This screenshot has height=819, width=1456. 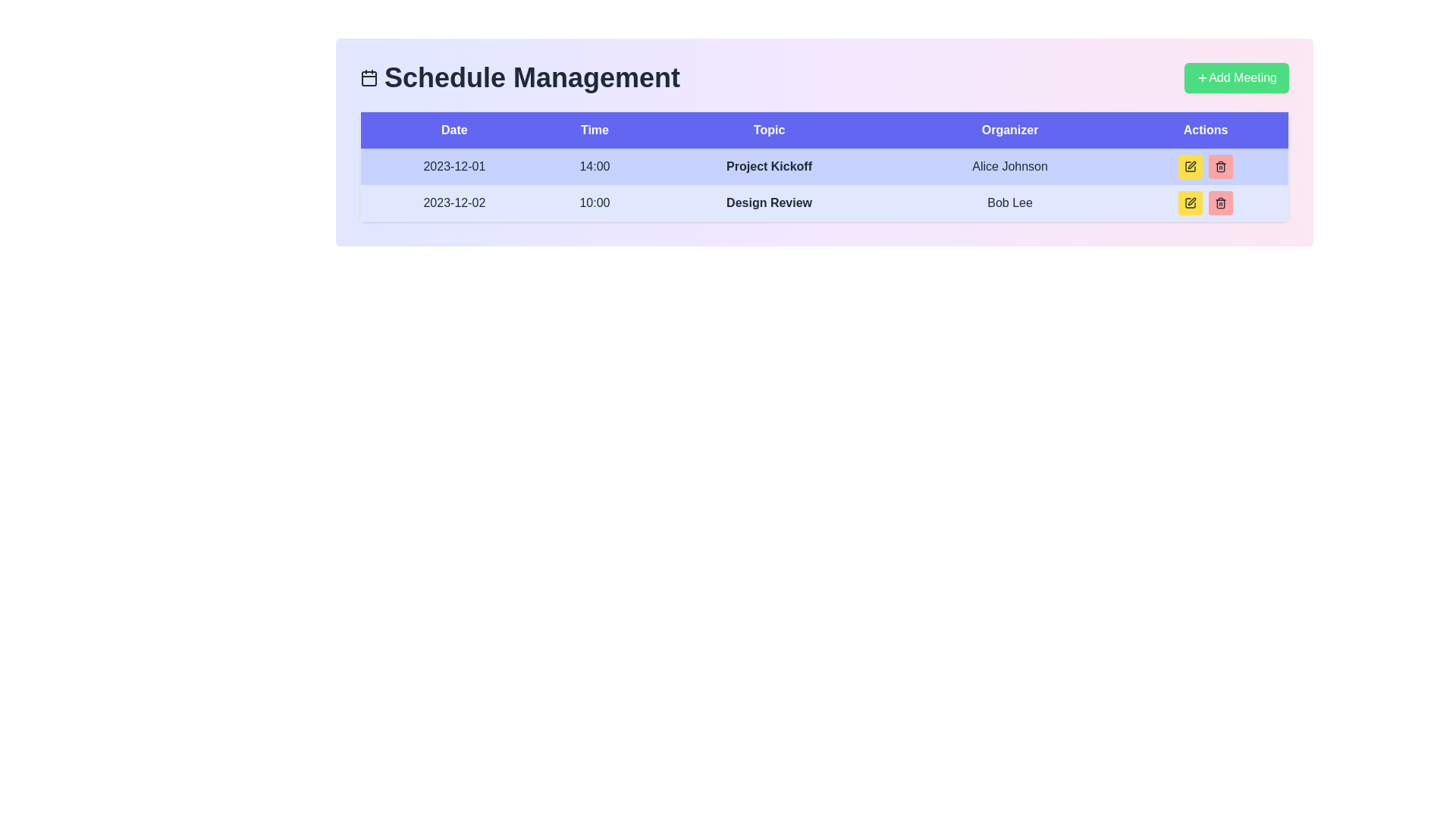 I want to click on the red button with rounded corners containing a trash bin icon in the Actions column of the second row, so click(x=1221, y=202).